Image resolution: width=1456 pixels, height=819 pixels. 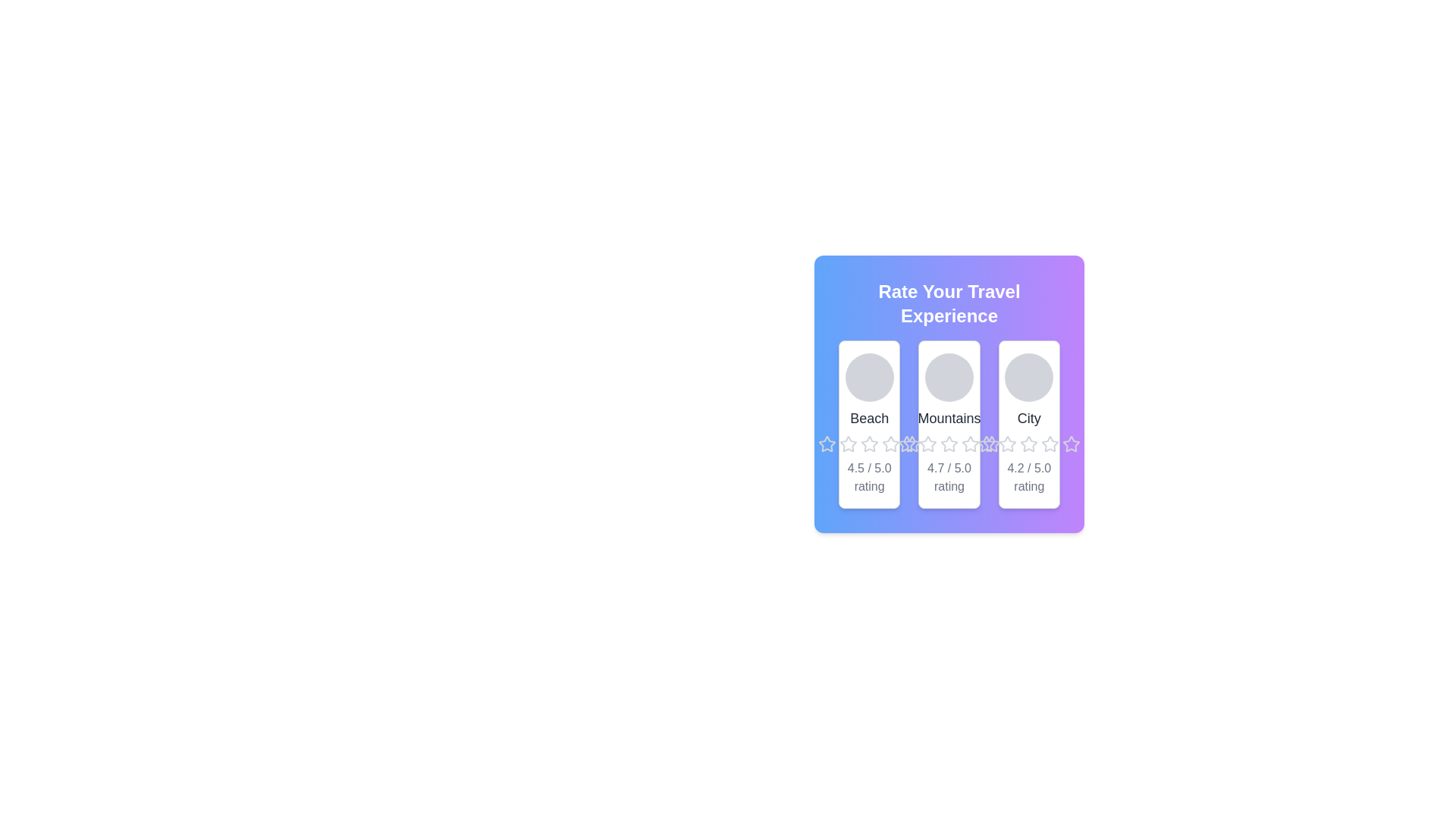 What do you see at coordinates (1029, 376) in the screenshot?
I see `the circular avatar placeholder located at the top-center of the 'City' card, which has a smooth gray fill and a diameter of 16 units` at bounding box center [1029, 376].